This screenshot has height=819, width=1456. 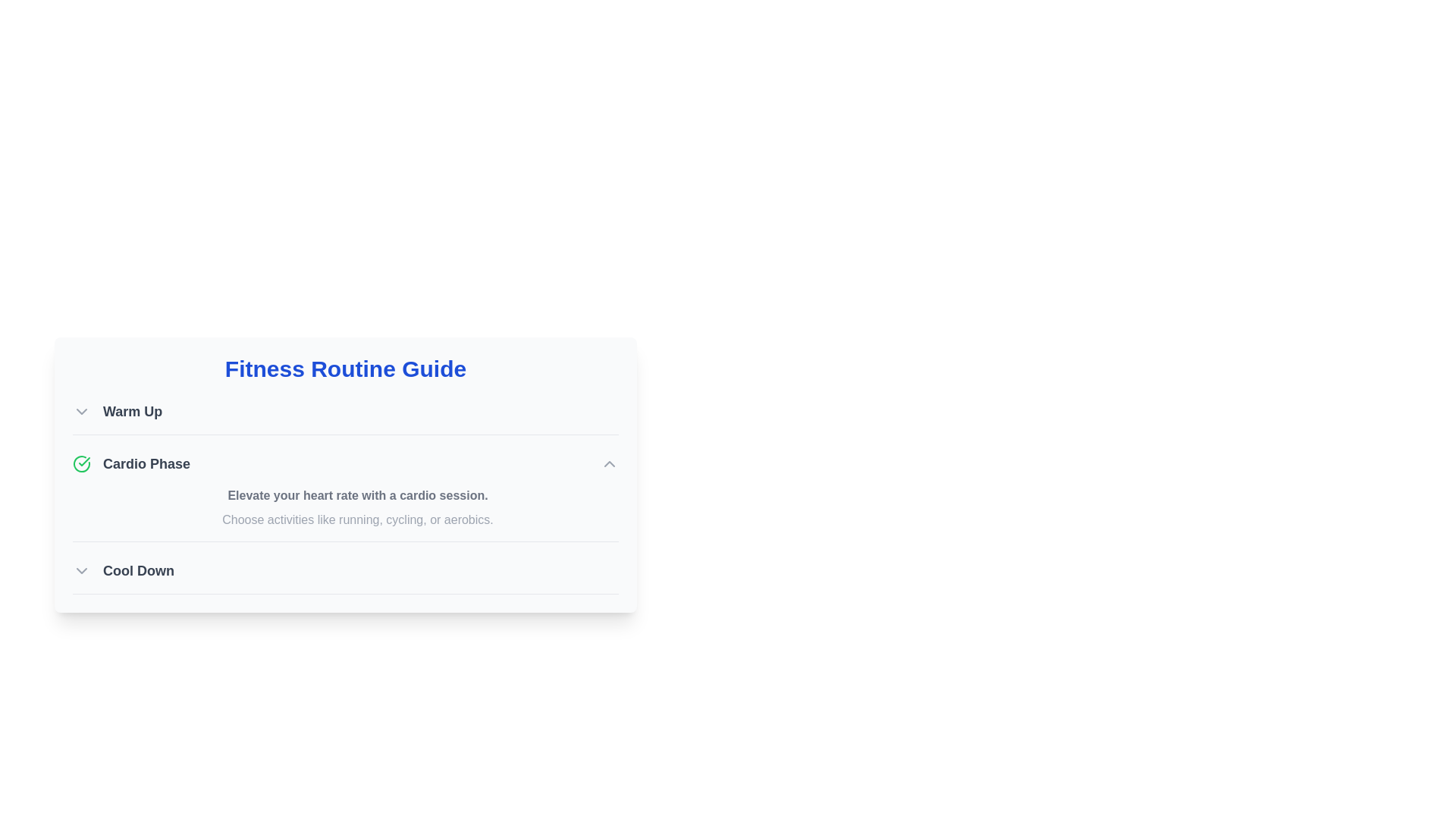 I want to click on the 'Cool Down' label, which indicates a section in the interface and is aligned horizontally with an icon on its left, so click(x=138, y=570).